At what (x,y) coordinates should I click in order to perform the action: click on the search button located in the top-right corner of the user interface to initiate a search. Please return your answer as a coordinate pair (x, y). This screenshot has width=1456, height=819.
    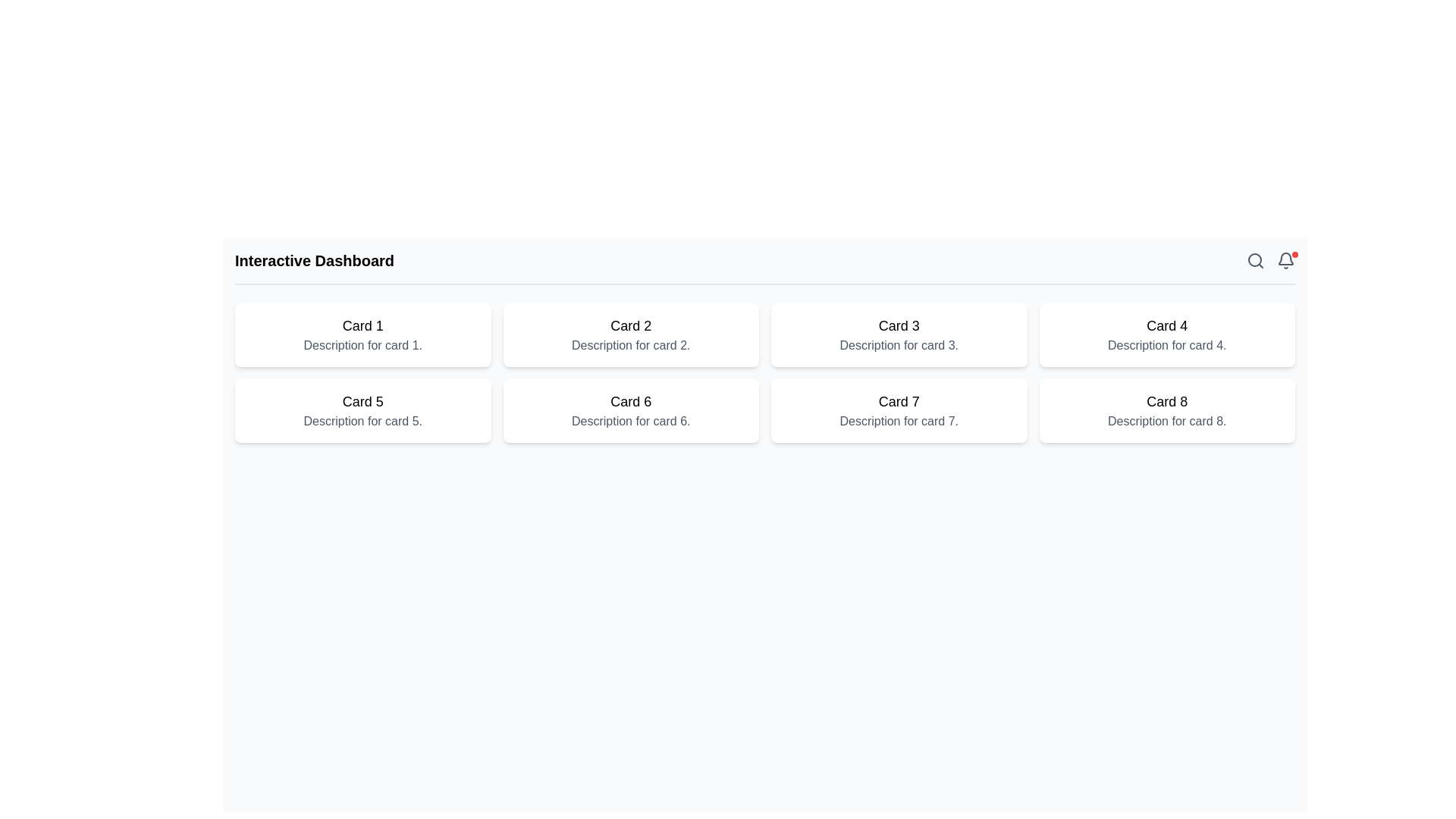
    Looking at the image, I should click on (1256, 259).